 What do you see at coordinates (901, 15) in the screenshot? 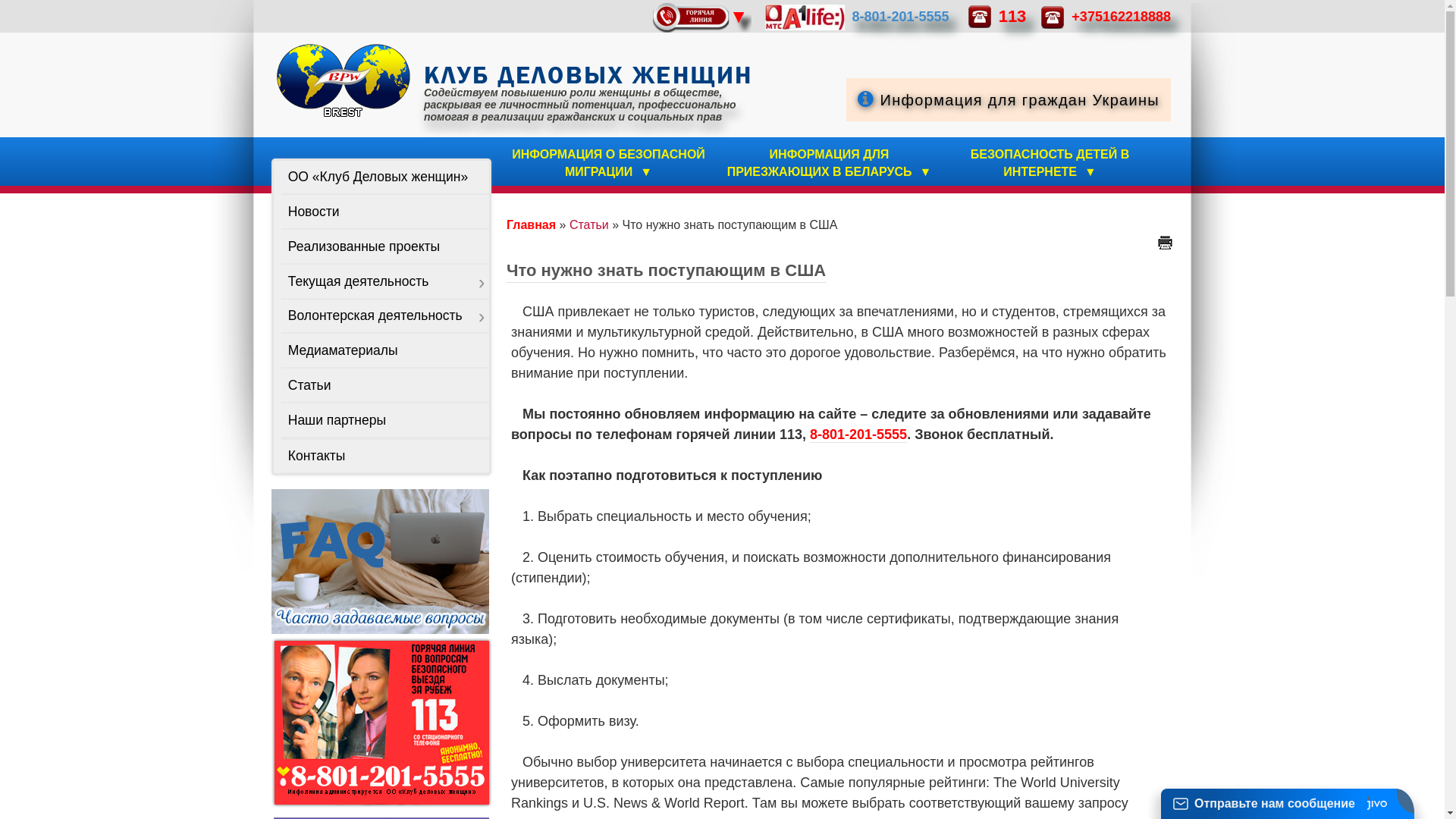
I see `'8-801-201-5555'` at bounding box center [901, 15].